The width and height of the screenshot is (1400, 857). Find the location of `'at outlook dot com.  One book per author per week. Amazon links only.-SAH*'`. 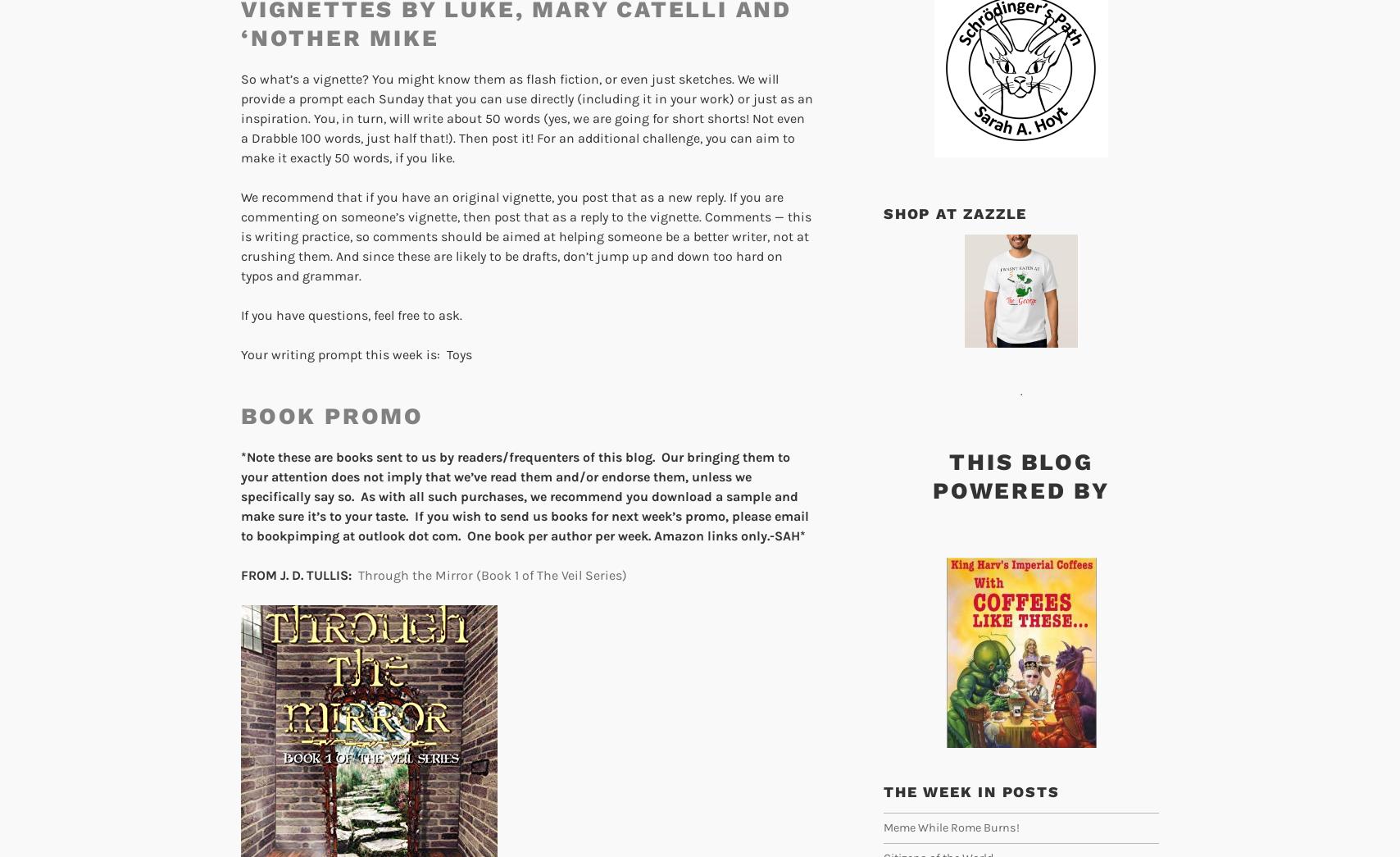

'at outlook dot com.  One book per author per week. Amazon links only.-SAH*' is located at coordinates (574, 536).